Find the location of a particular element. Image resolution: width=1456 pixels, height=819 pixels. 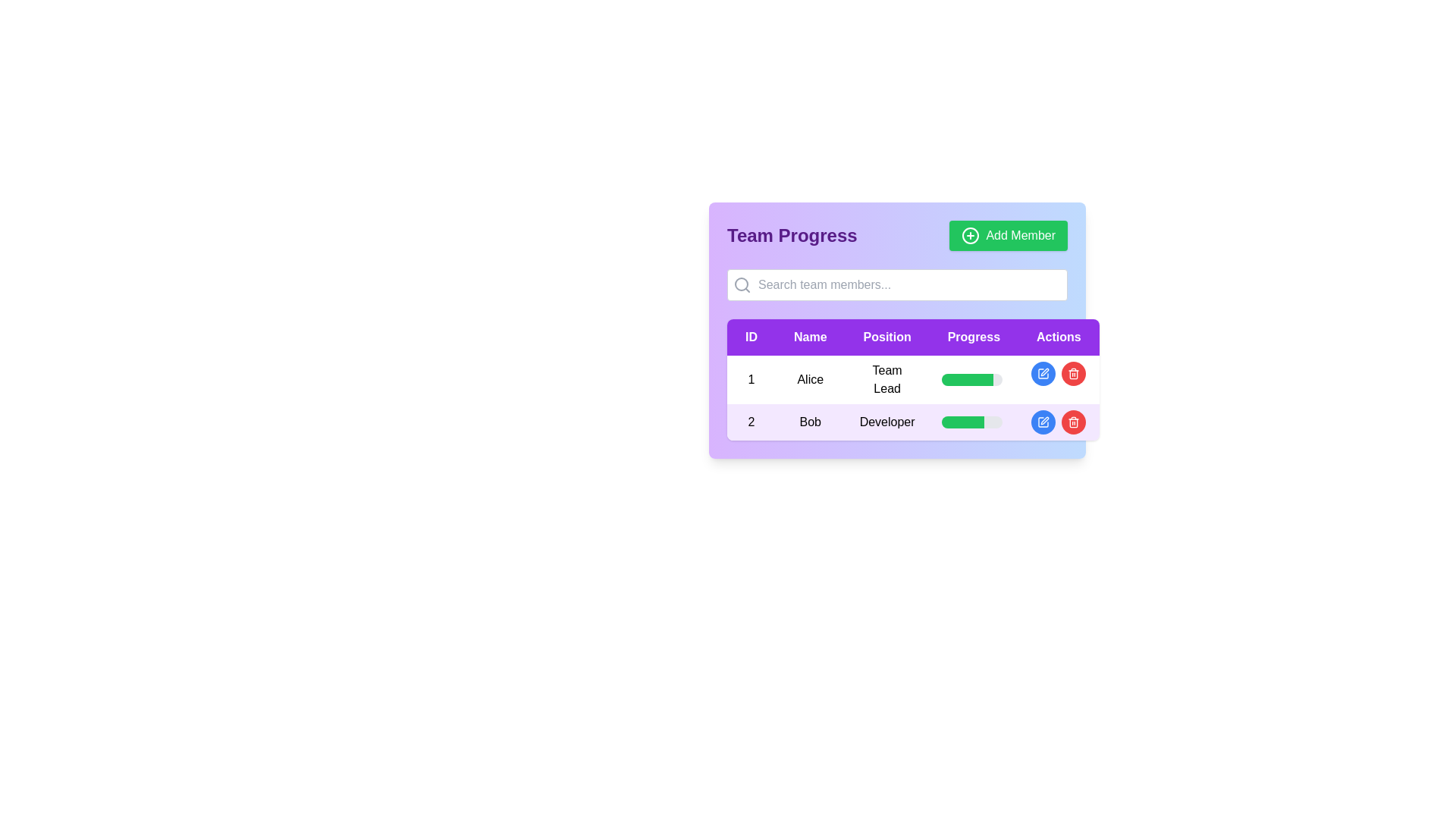

the small rectangular box displaying the numeric text '1' located in the row for 'Alice, Team Lead' within the table is located at coordinates (751, 379).